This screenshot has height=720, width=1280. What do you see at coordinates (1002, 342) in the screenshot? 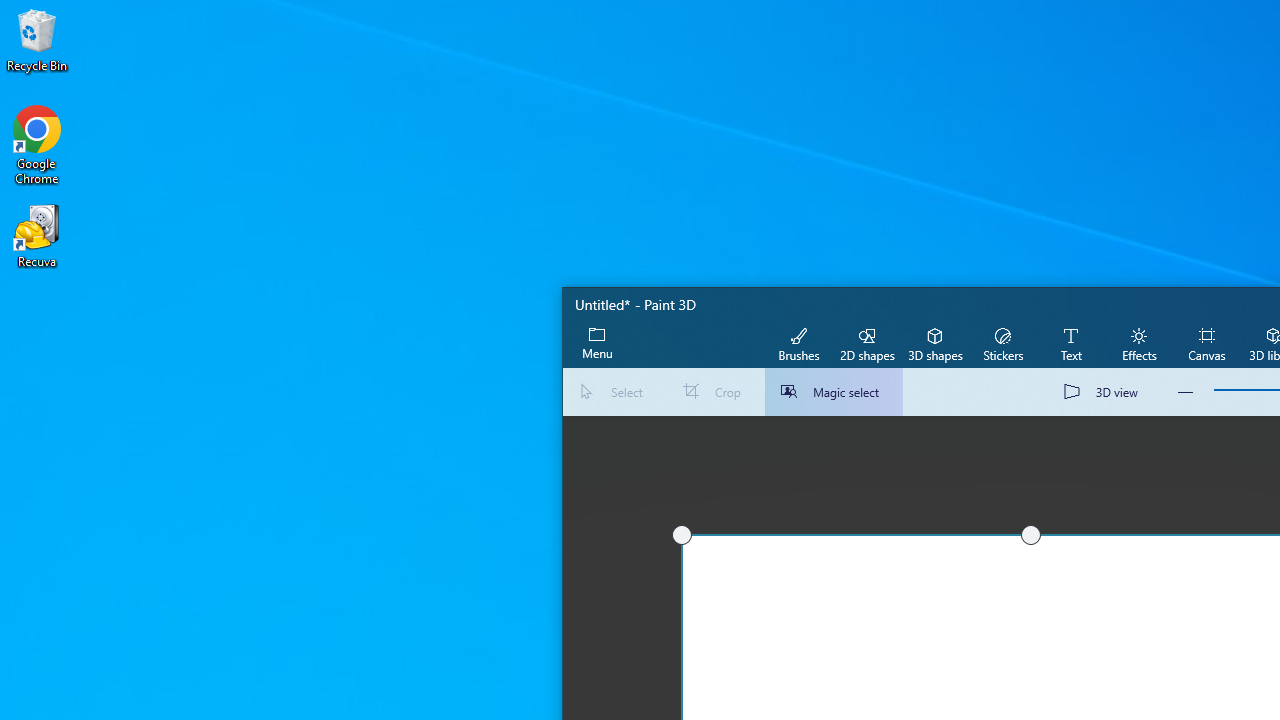
I see `'Stickers'` at bounding box center [1002, 342].